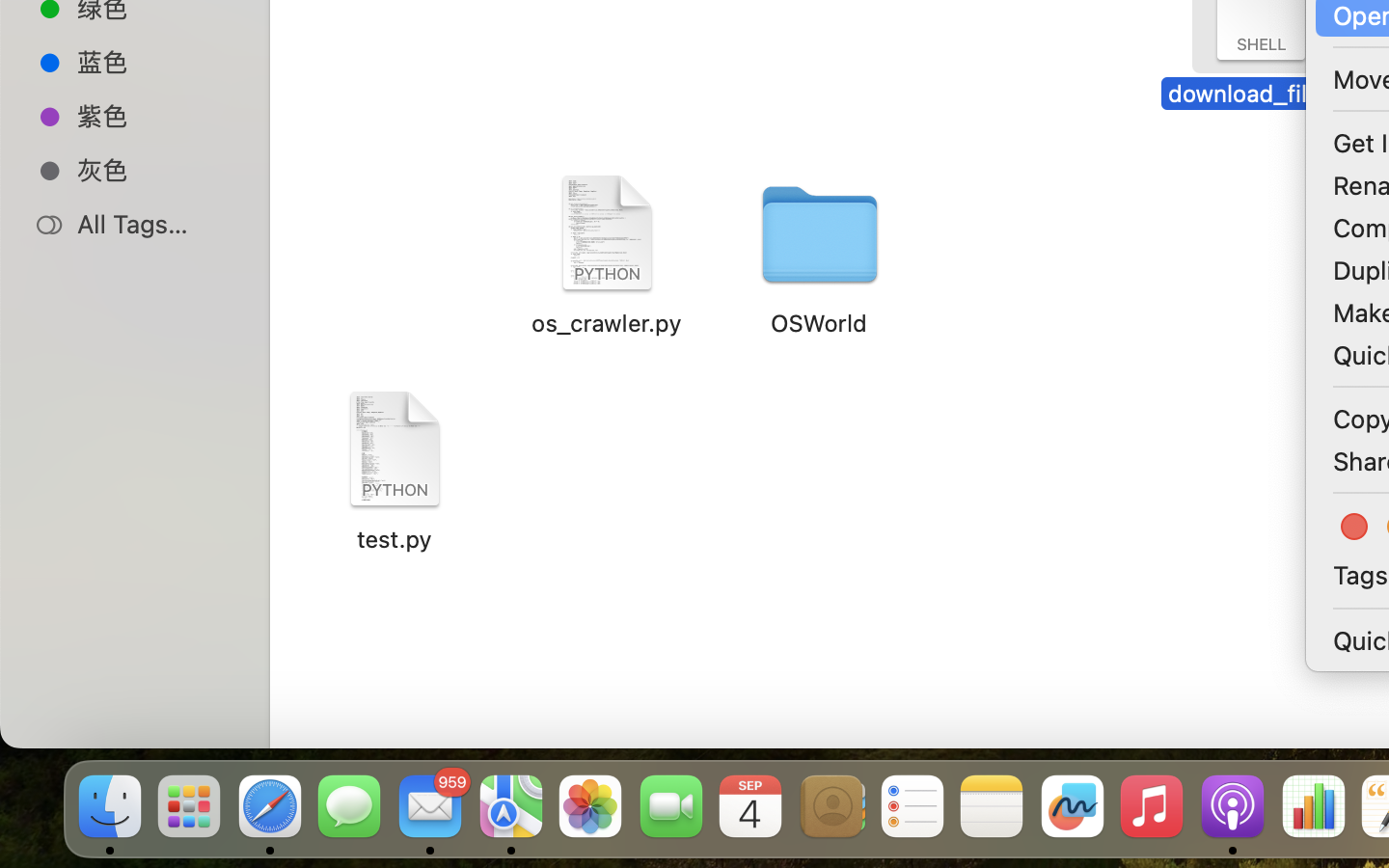 The width and height of the screenshot is (1389, 868). What do you see at coordinates (153, 60) in the screenshot?
I see `'蓝色'` at bounding box center [153, 60].